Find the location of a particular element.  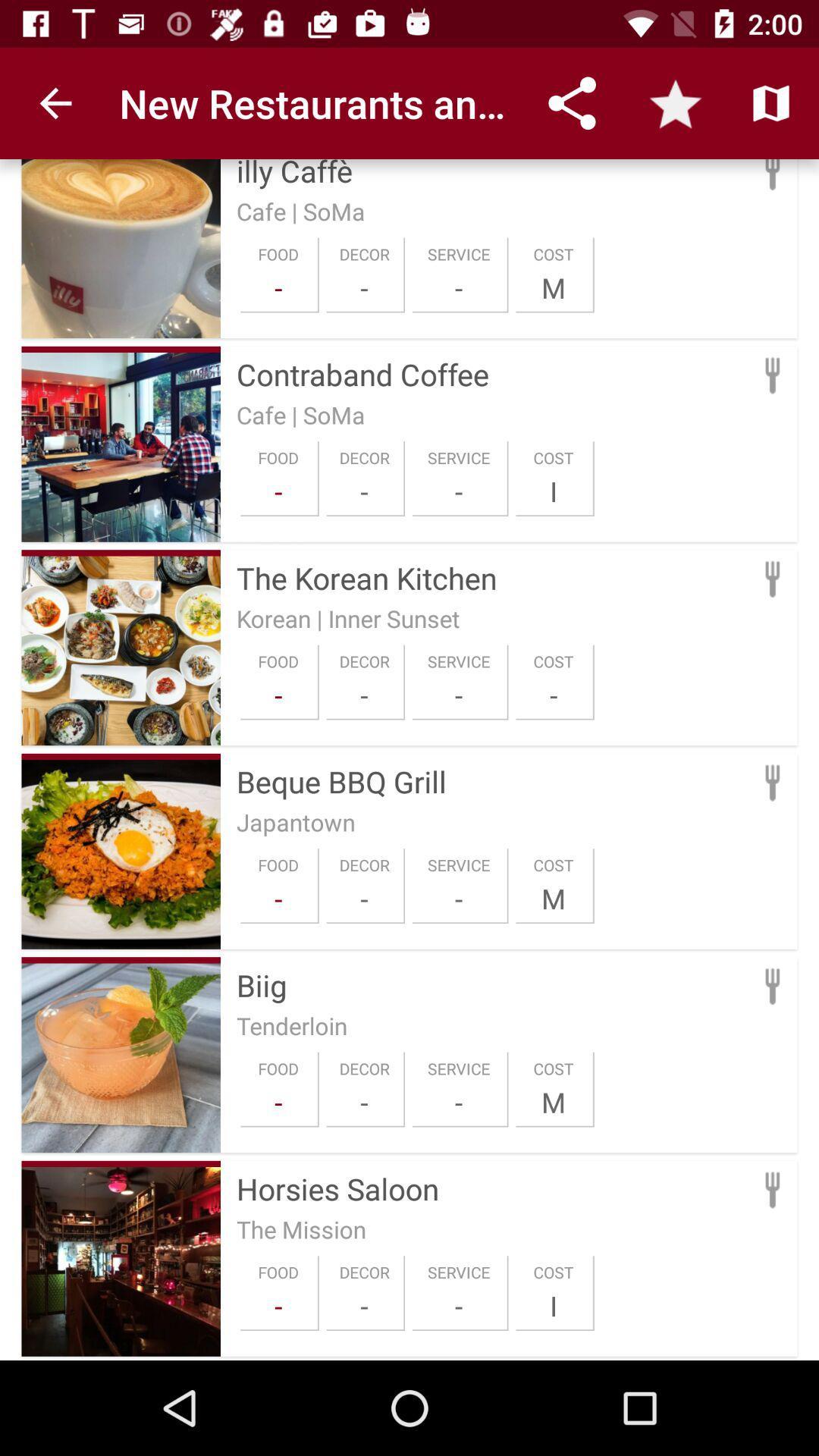

the item to the left of the cost icon is located at coordinates (458, 1102).